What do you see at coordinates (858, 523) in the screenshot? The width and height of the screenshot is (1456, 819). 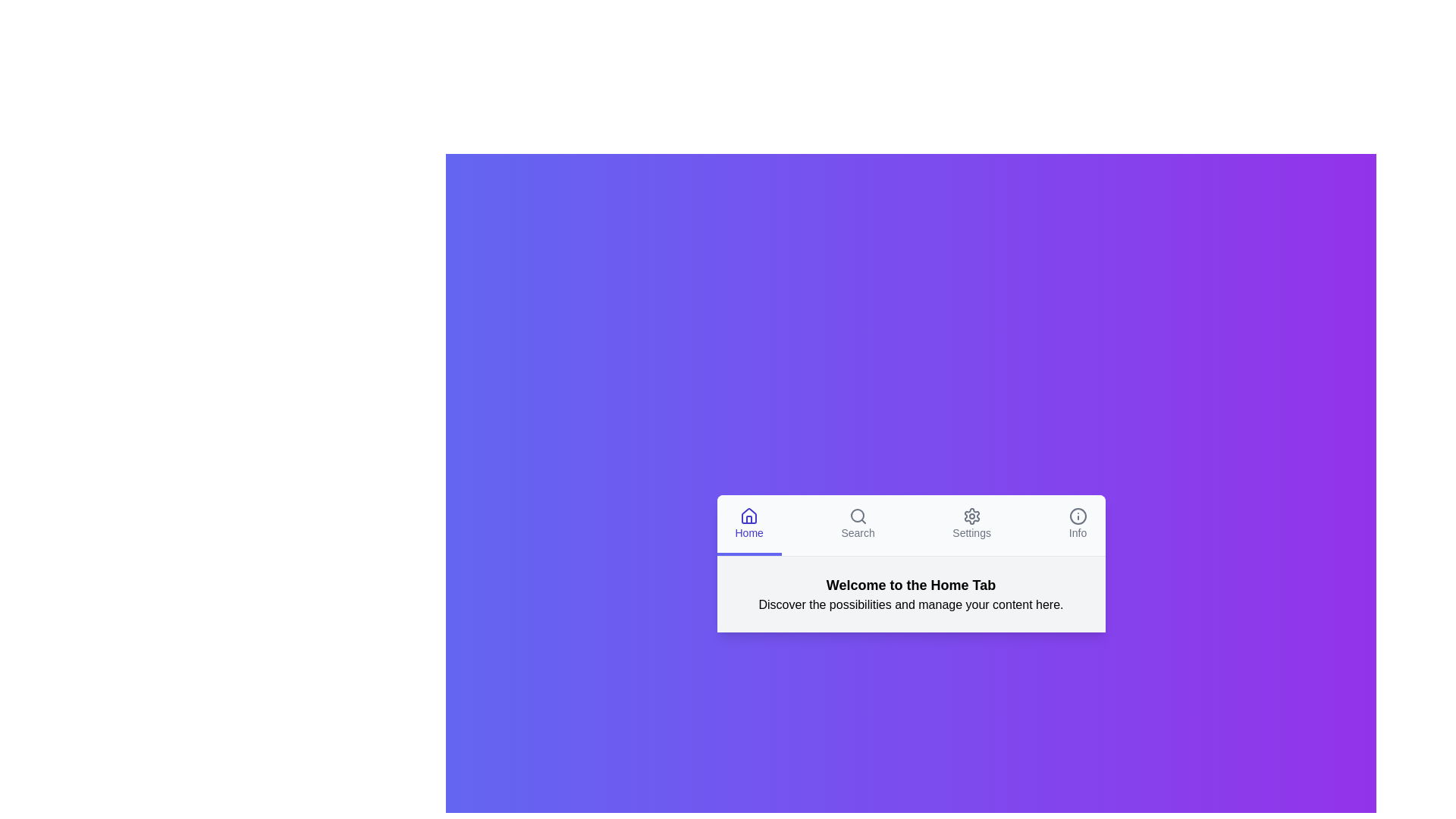 I see `the 'Search' navigation button, which features a magnifying glass icon and is located in the second position from the left within the navigation bar` at bounding box center [858, 523].